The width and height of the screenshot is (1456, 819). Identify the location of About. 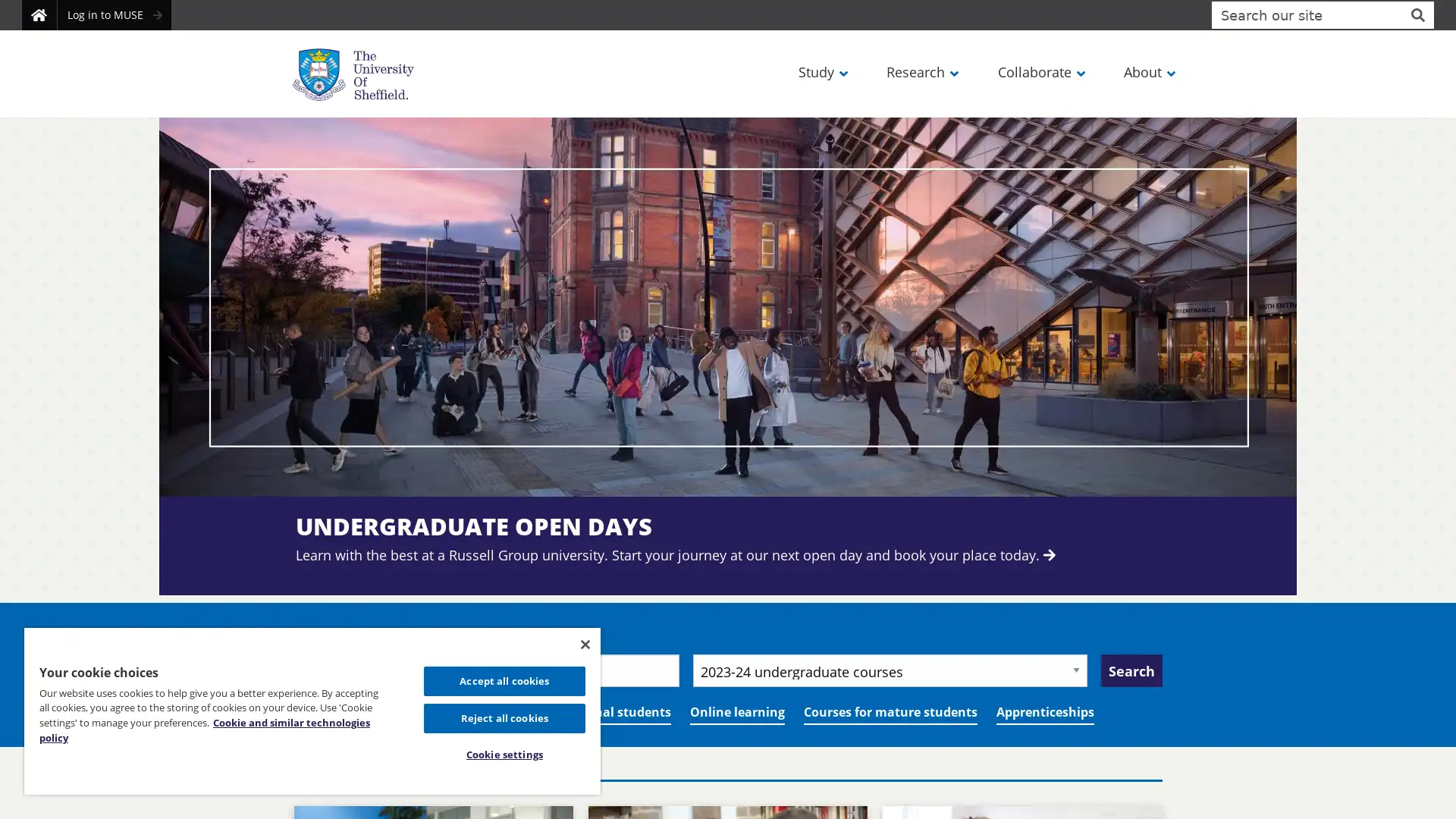
(1147, 71).